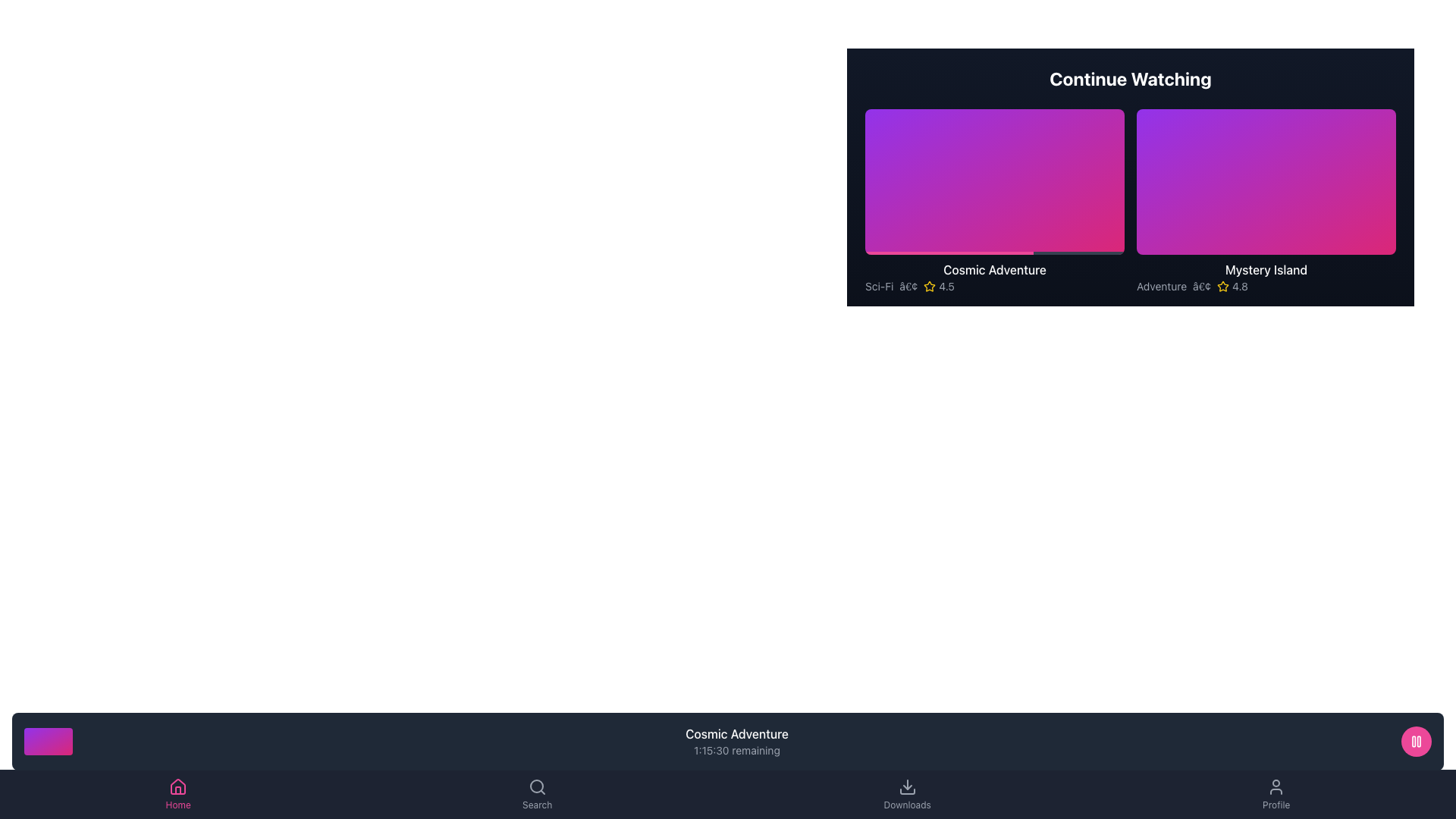 The height and width of the screenshot is (819, 1456). Describe the element at coordinates (1240, 287) in the screenshot. I see `the text label displaying the rating for 'Mystery Island' located in the 'Continue Watching' section, which follows a star icon` at that location.